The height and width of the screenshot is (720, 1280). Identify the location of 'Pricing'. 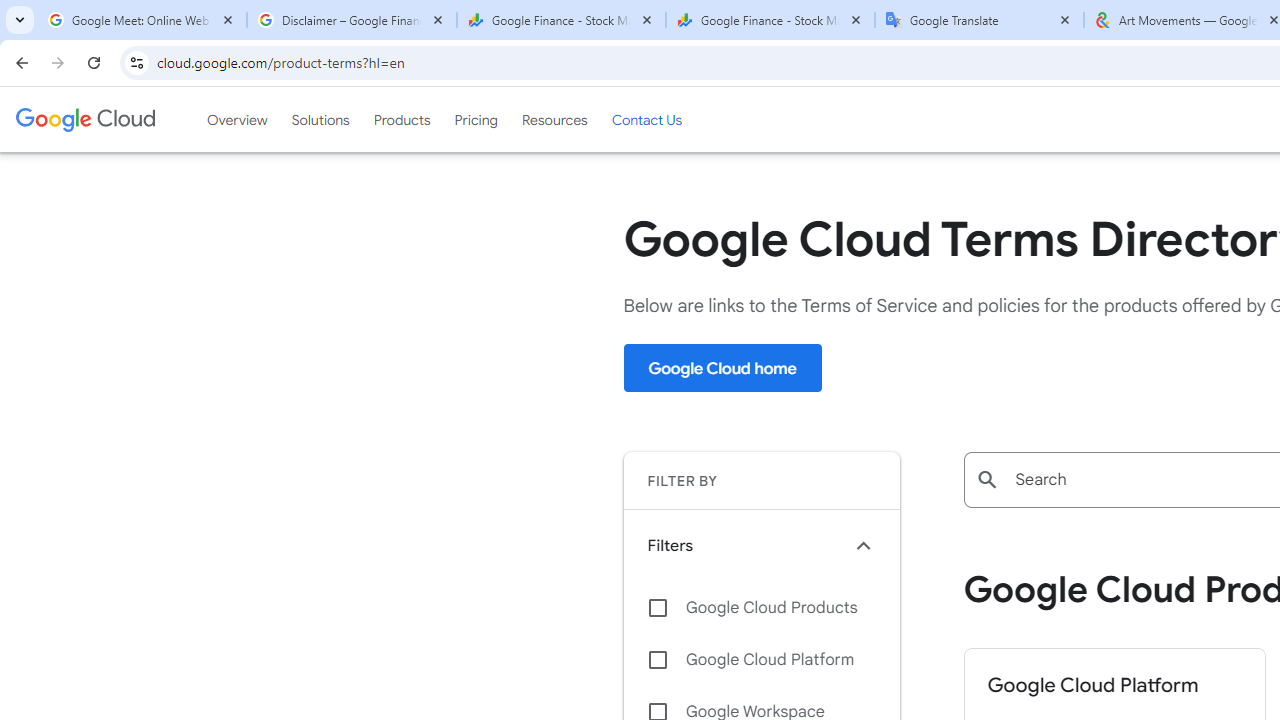
(475, 119).